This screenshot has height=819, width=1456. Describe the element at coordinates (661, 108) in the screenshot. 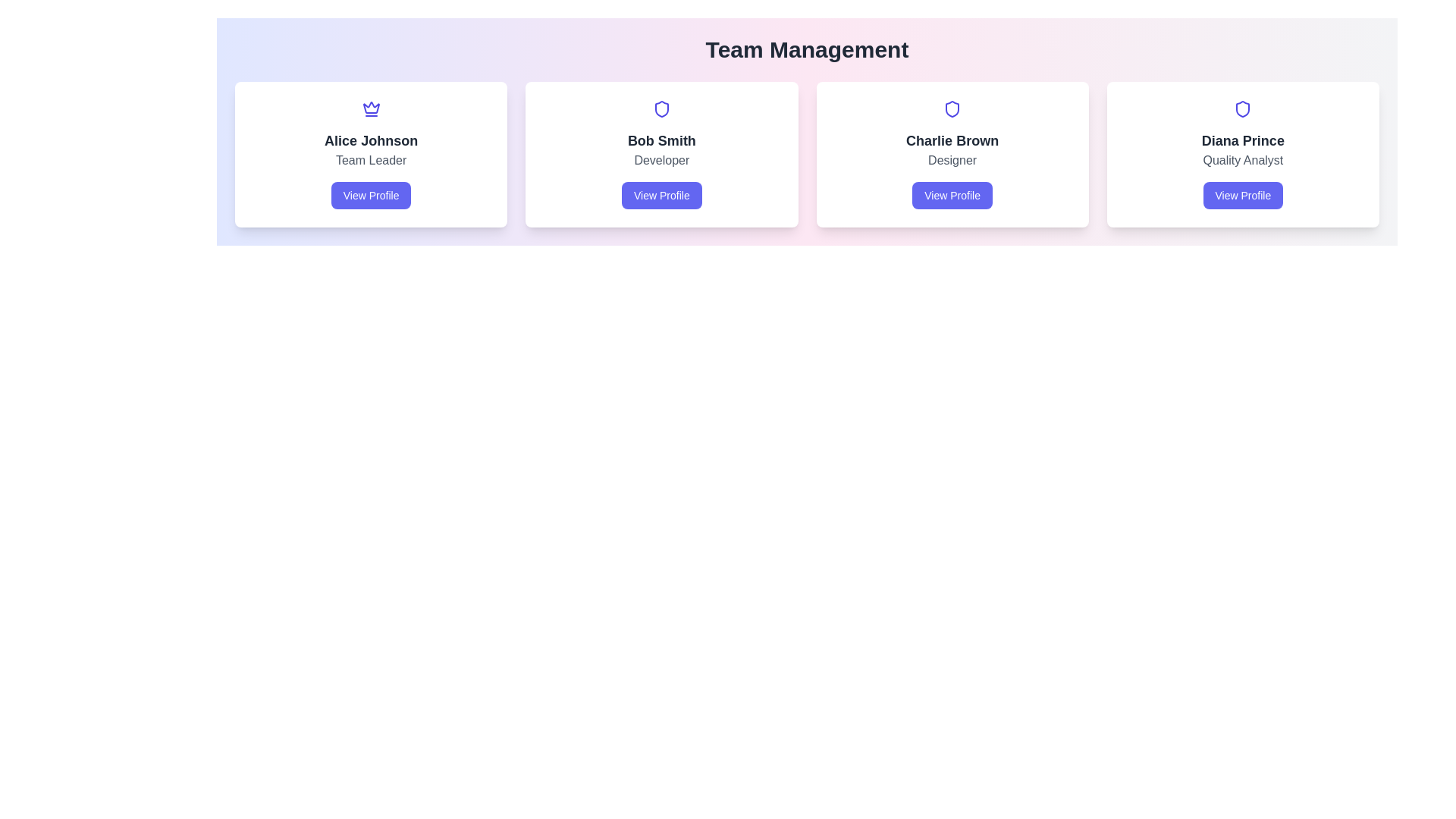

I see `the shield icon located above the name 'Bob Smith' in the card labeled 'Developer', which is the second card from the left` at that location.